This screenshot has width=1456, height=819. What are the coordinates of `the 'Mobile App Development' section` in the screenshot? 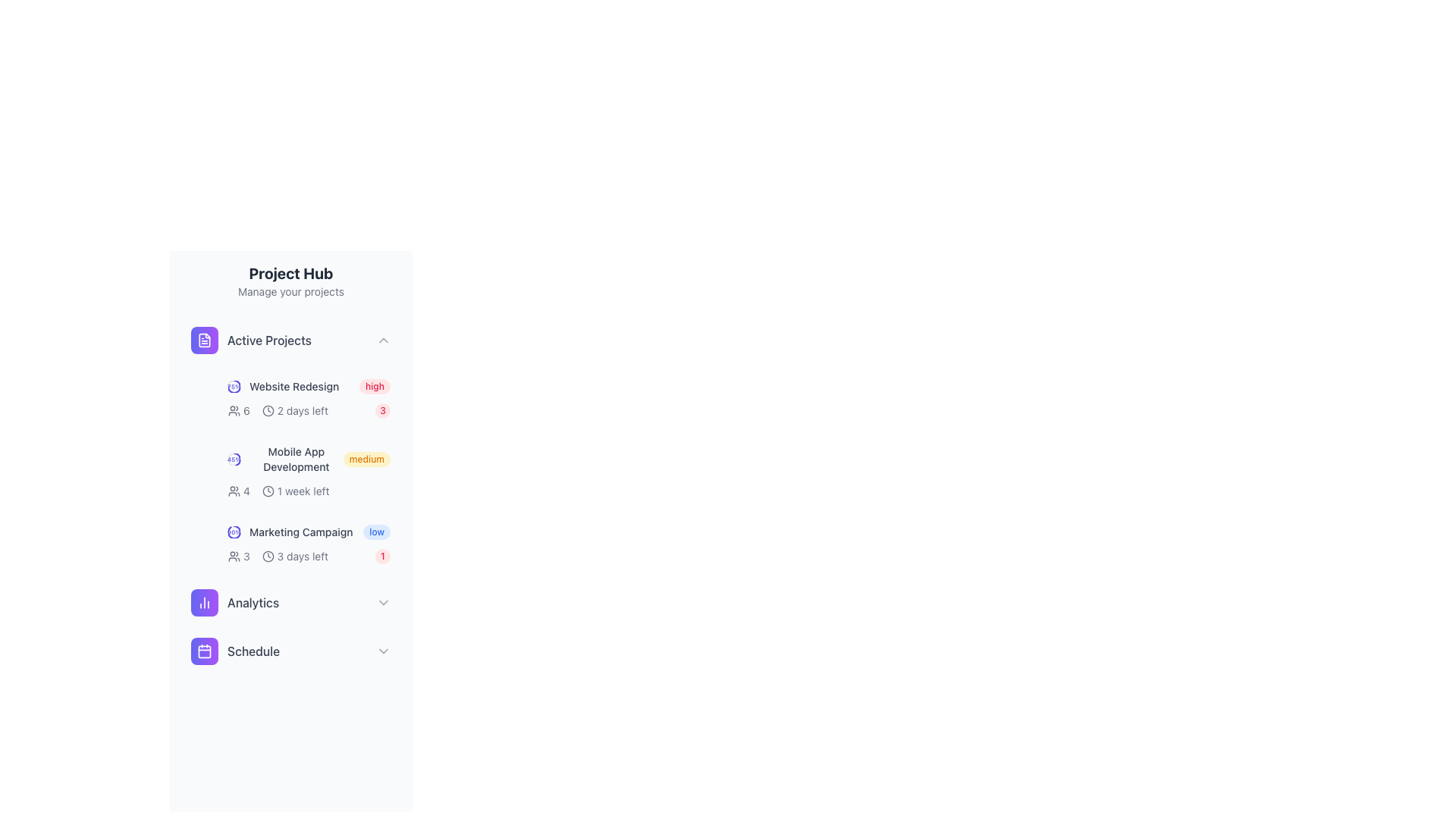 It's located at (291, 496).